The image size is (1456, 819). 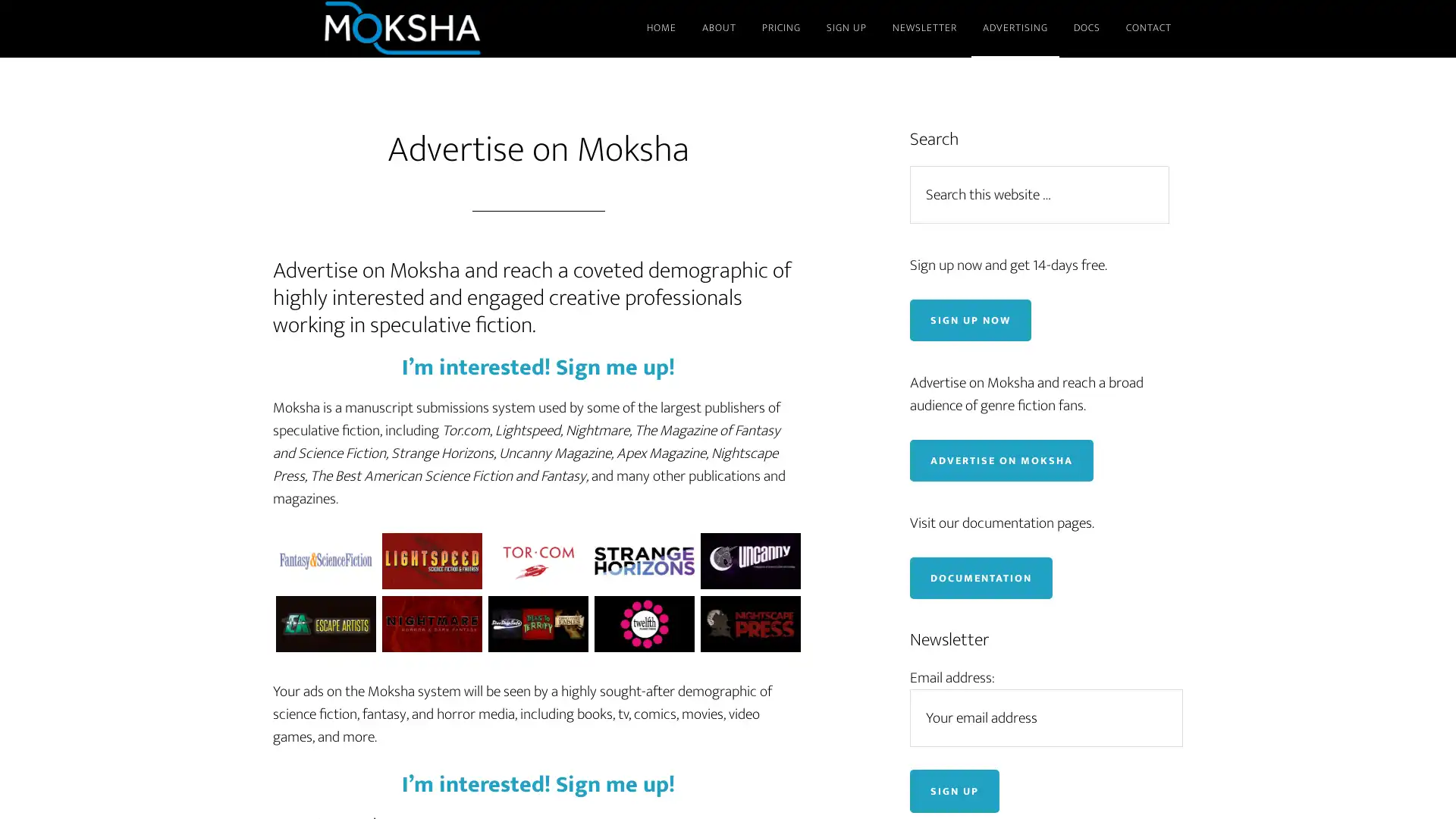 What do you see at coordinates (953, 789) in the screenshot?
I see `Sign up` at bounding box center [953, 789].